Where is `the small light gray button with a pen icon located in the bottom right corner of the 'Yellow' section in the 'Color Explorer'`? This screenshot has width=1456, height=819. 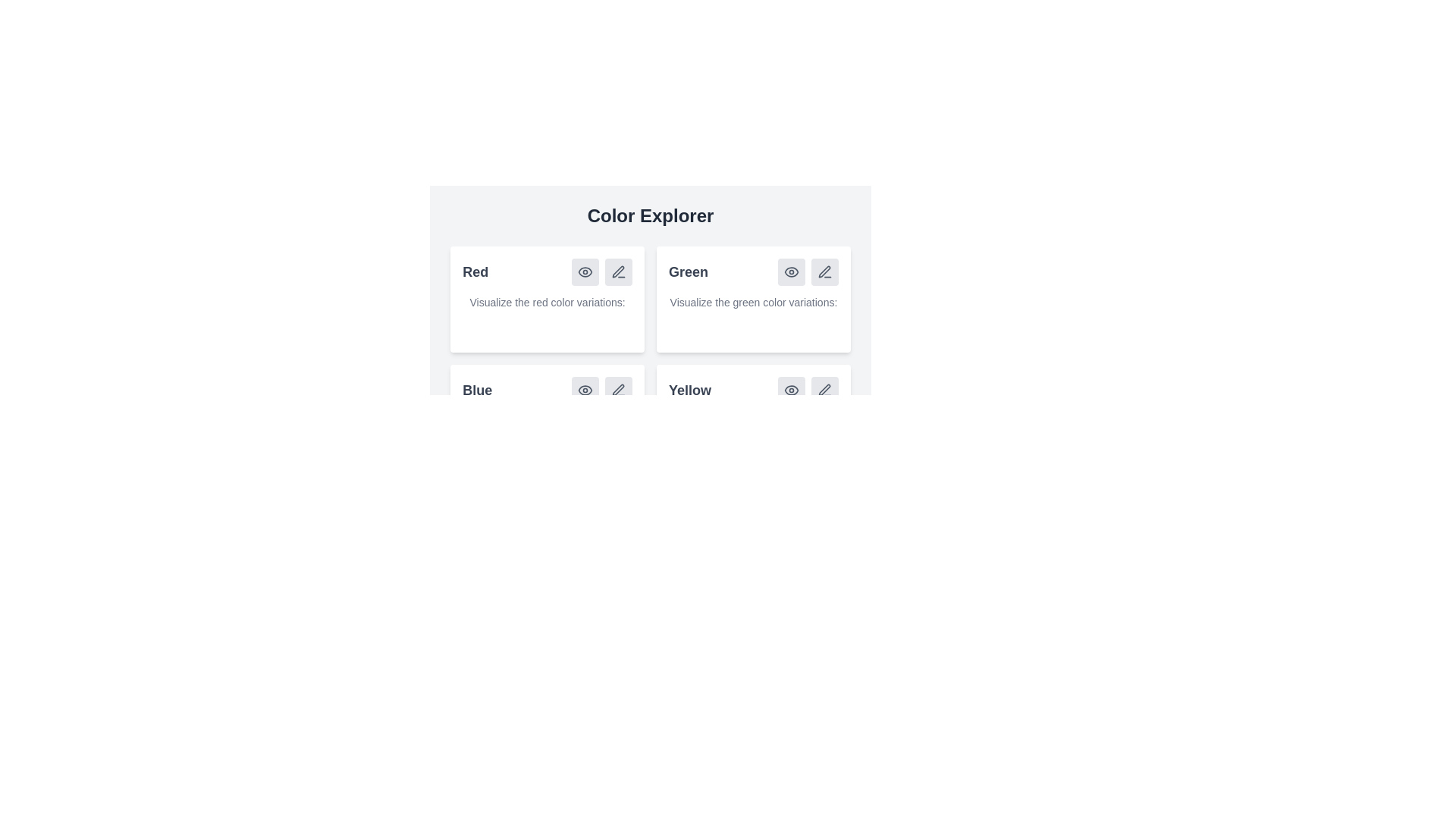 the small light gray button with a pen icon located in the bottom right corner of the 'Yellow' section in the 'Color Explorer' is located at coordinates (823, 390).